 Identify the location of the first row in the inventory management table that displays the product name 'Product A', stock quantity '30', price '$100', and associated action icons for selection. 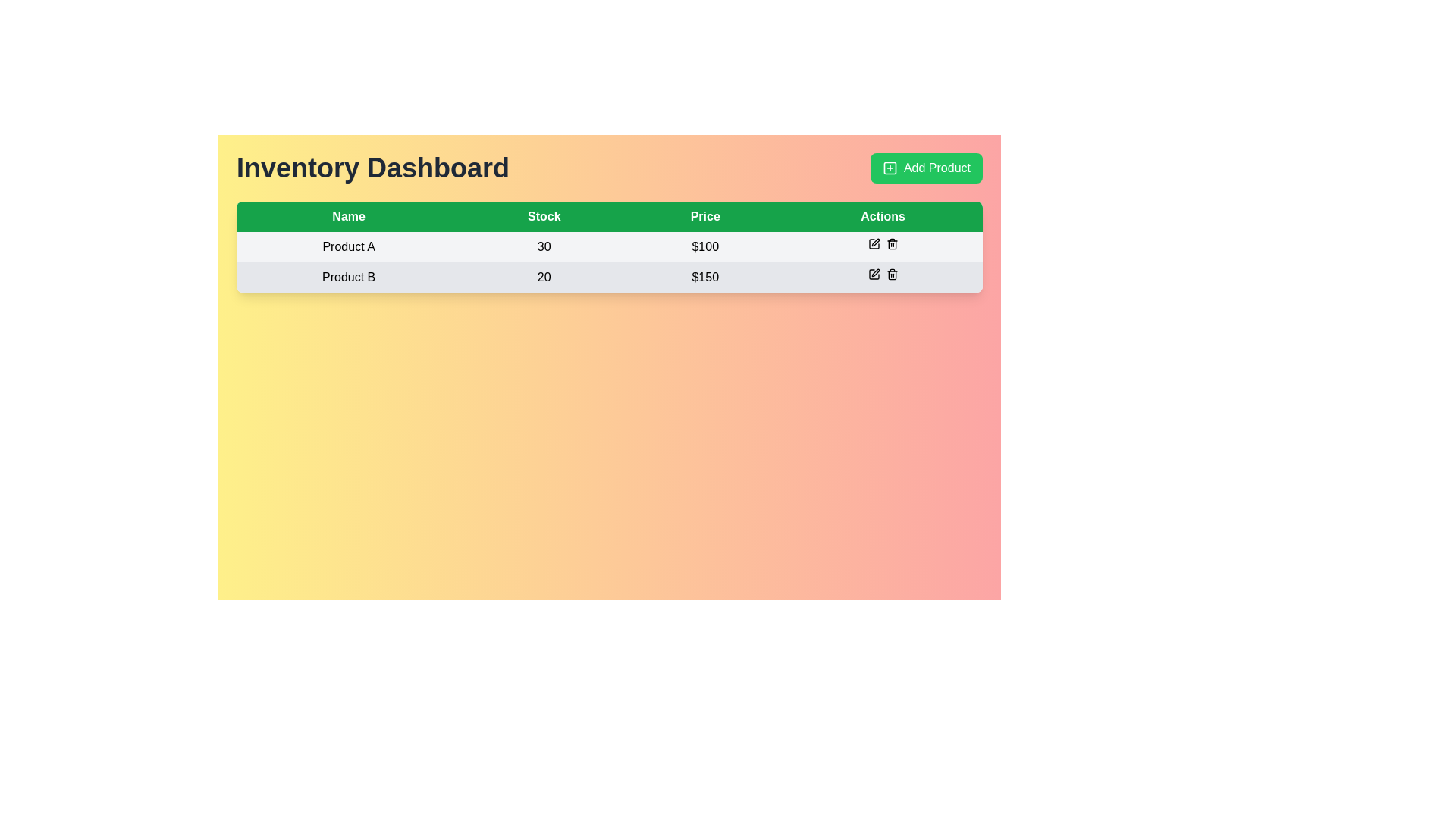
(610, 246).